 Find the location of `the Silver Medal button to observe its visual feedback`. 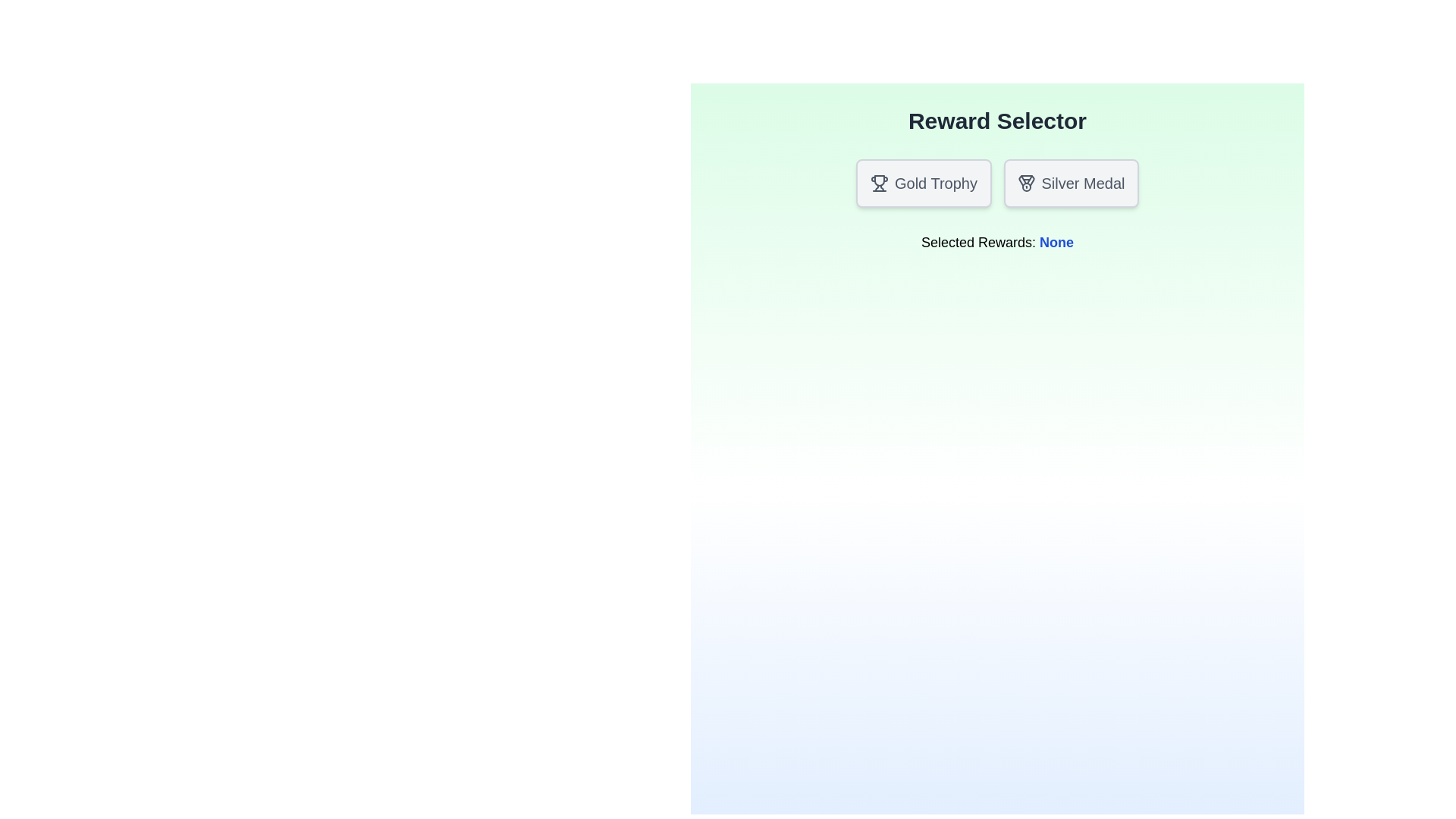

the Silver Medal button to observe its visual feedback is located at coordinates (1069, 183).